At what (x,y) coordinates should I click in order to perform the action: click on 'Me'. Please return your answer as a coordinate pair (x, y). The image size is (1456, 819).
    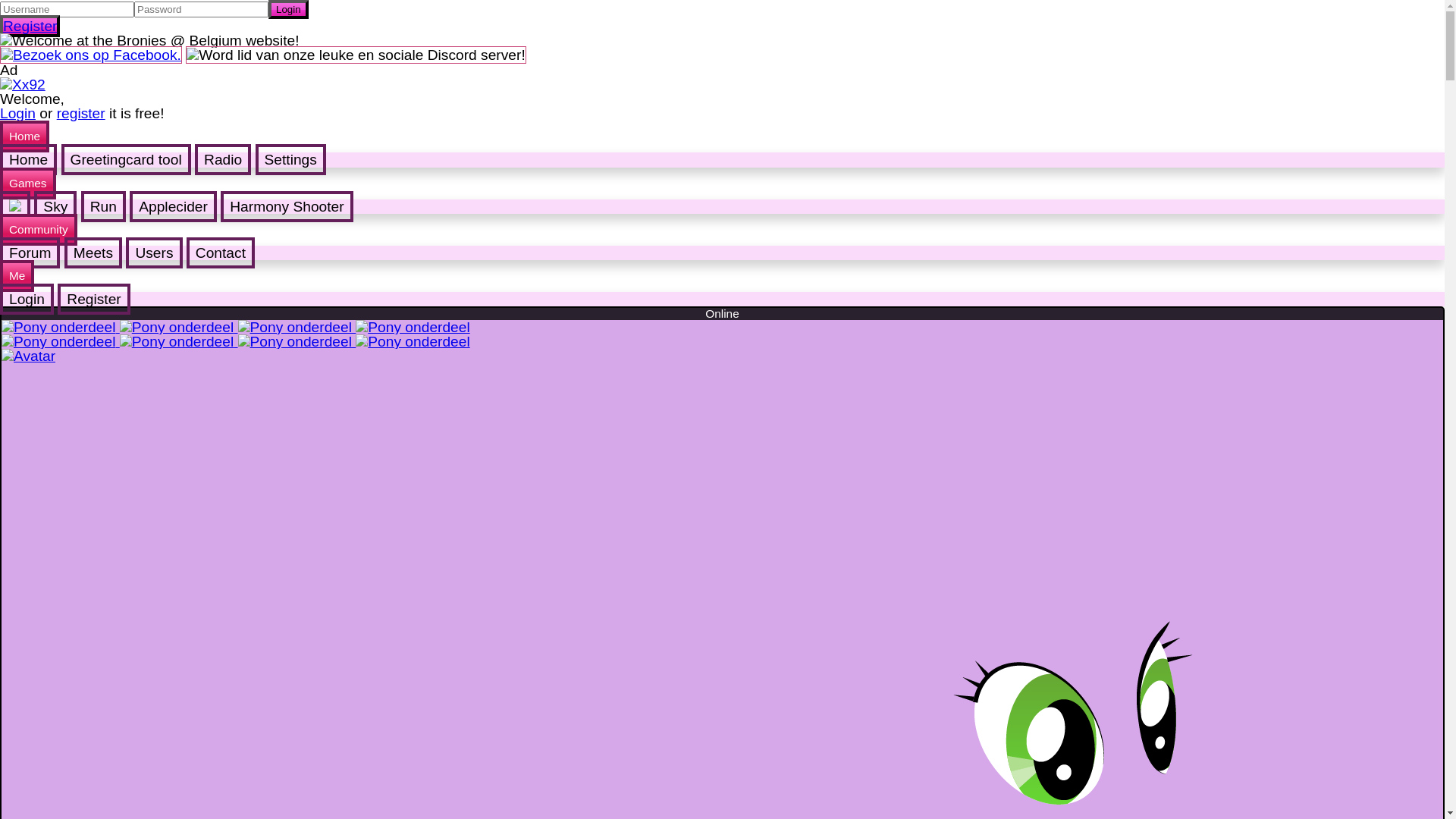
    Looking at the image, I should click on (0, 275).